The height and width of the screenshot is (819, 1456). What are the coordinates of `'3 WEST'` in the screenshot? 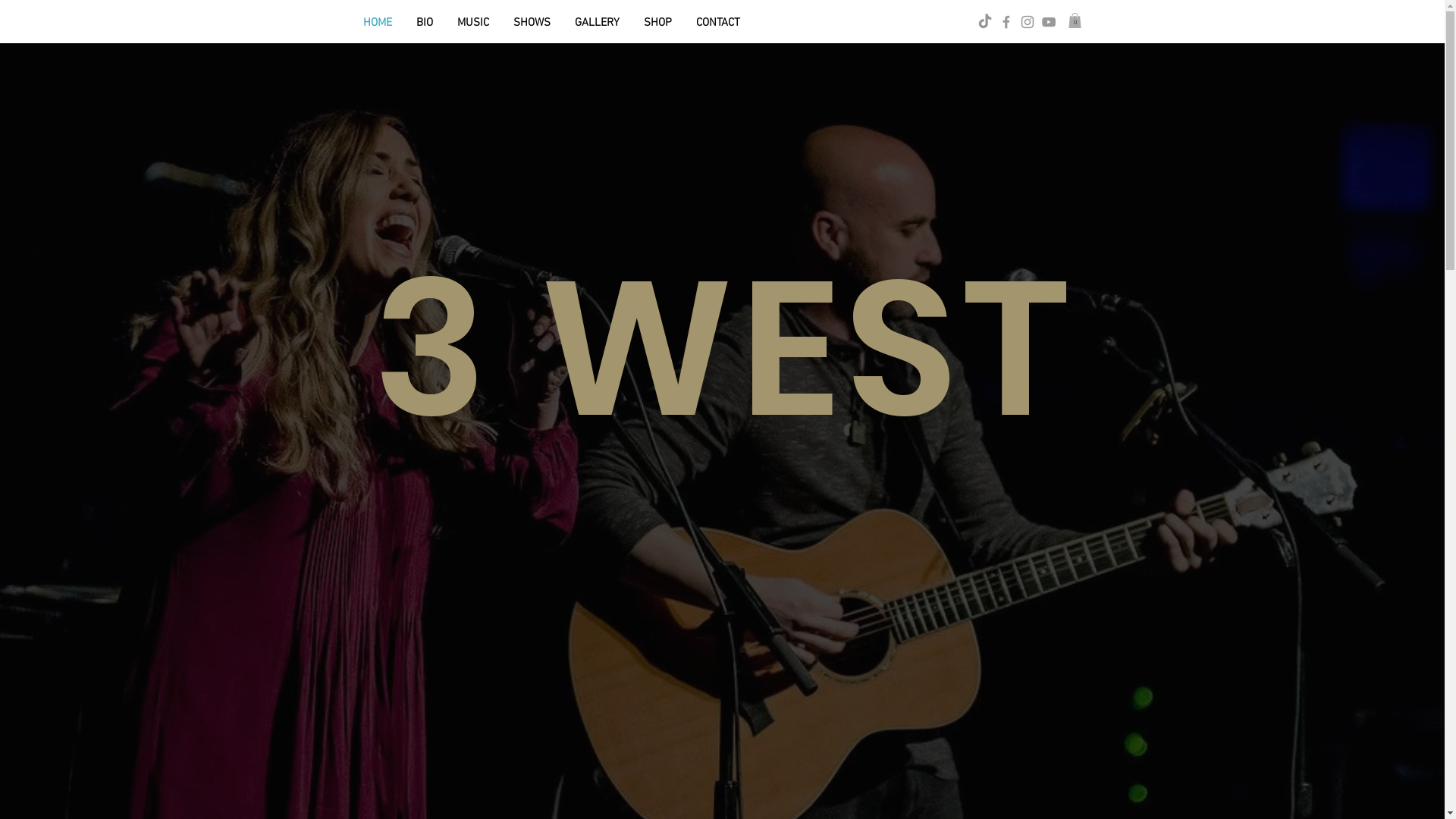 It's located at (723, 348).